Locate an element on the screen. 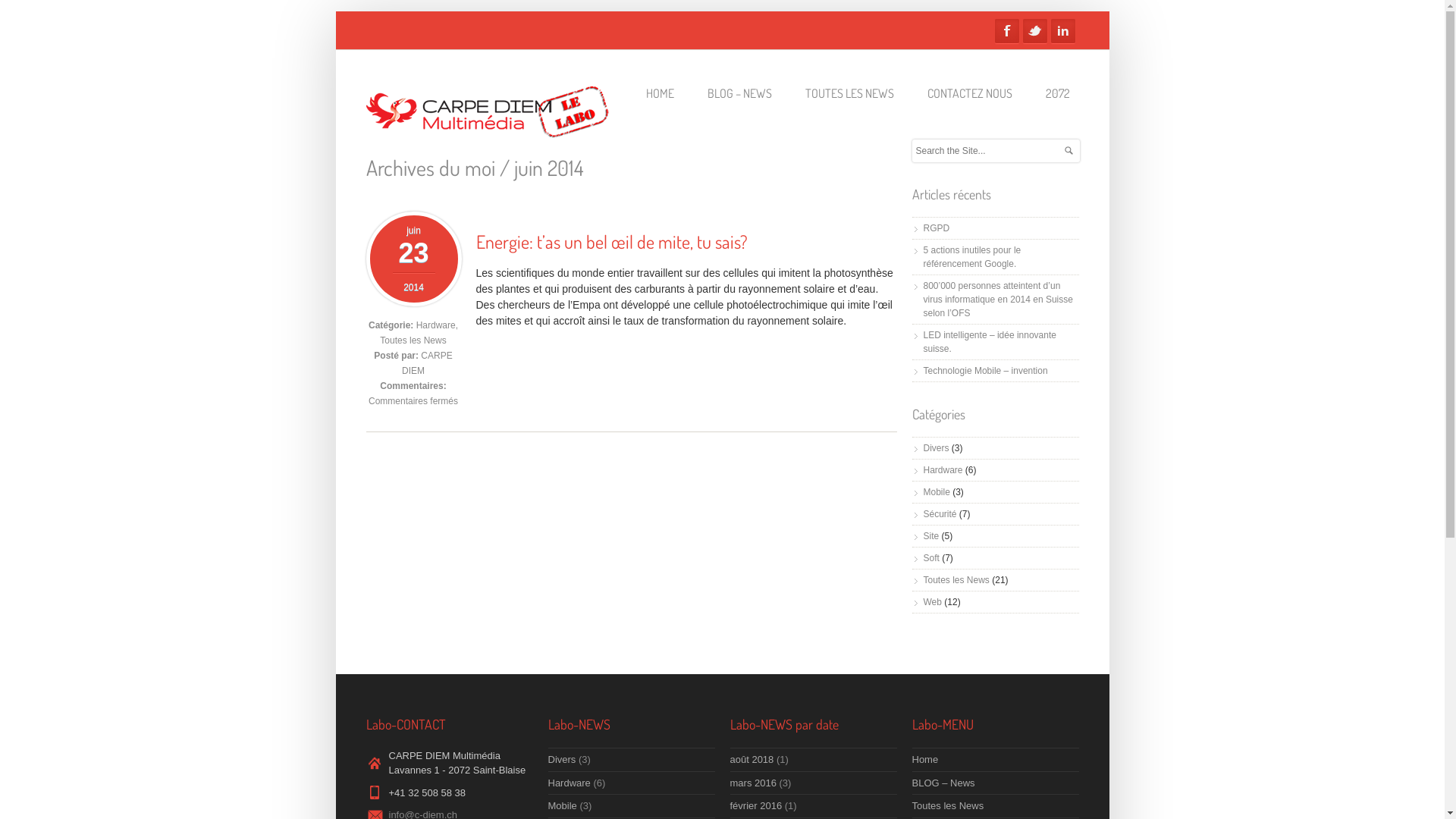 This screenshot has width=1456, height=819. 'Soft' is located at coordinates (930, 558).